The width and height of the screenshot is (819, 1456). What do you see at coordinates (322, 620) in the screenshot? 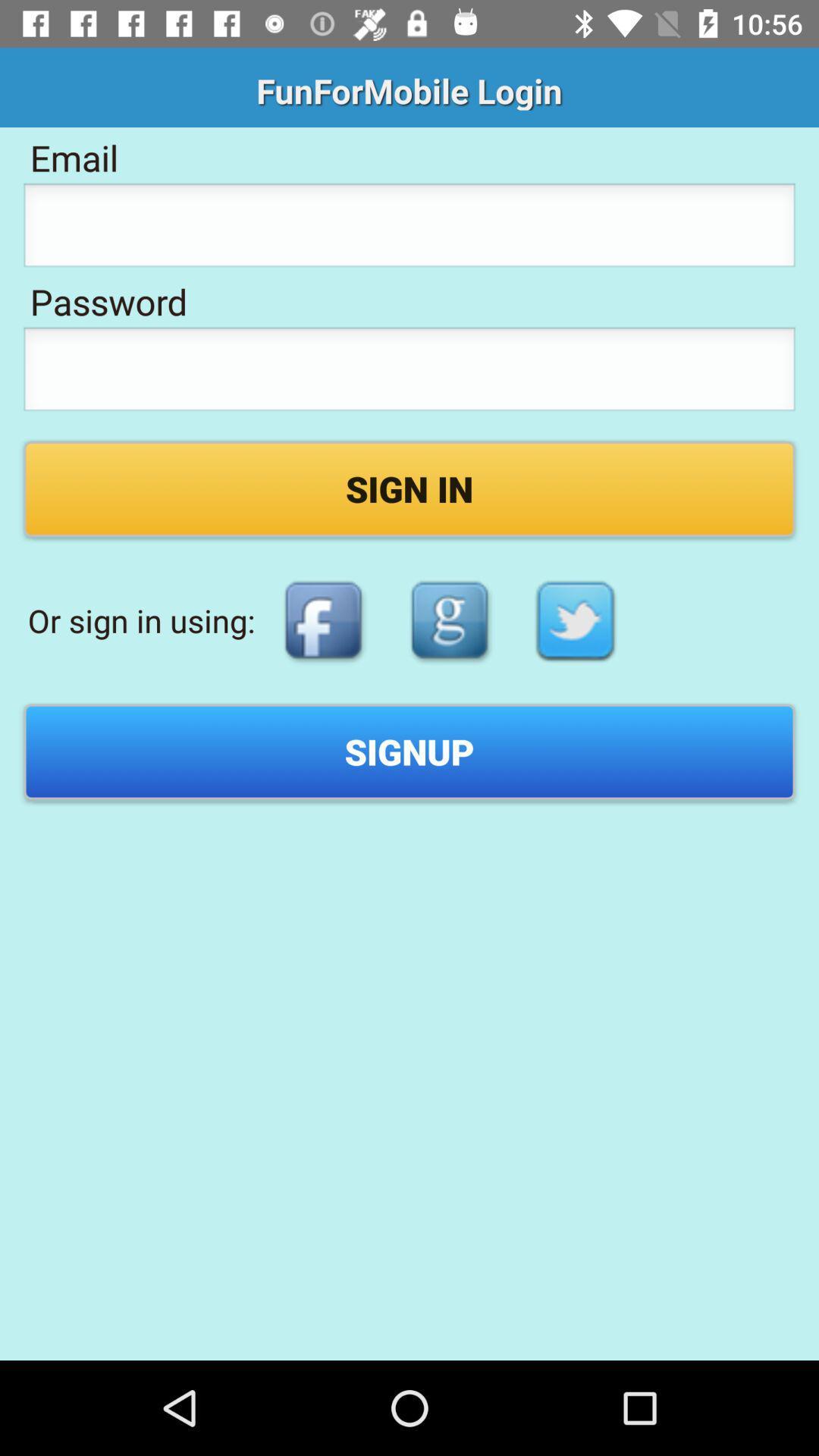
I see `go facebook` at bounding box center [322, 620].